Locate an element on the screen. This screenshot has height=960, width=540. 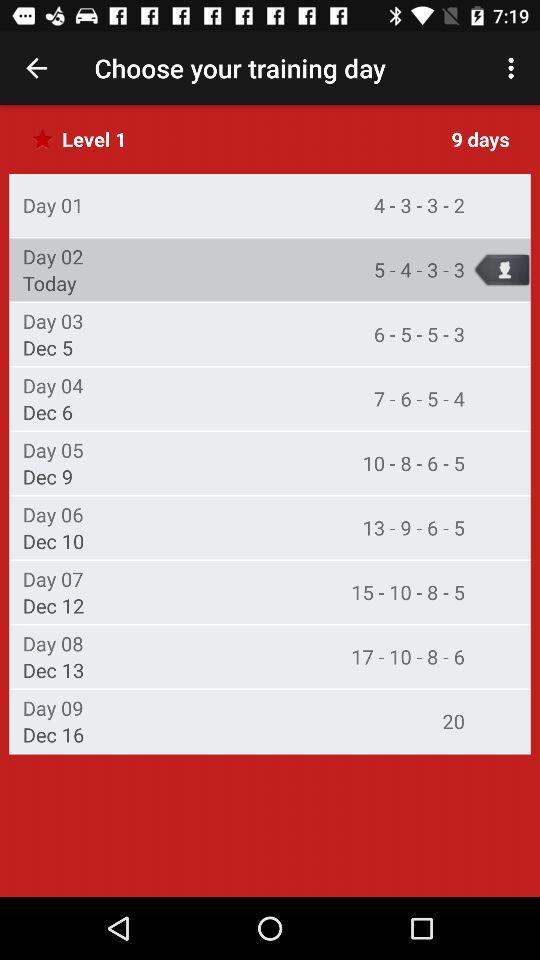
the day 07 item is located at coordinates (53, 579).